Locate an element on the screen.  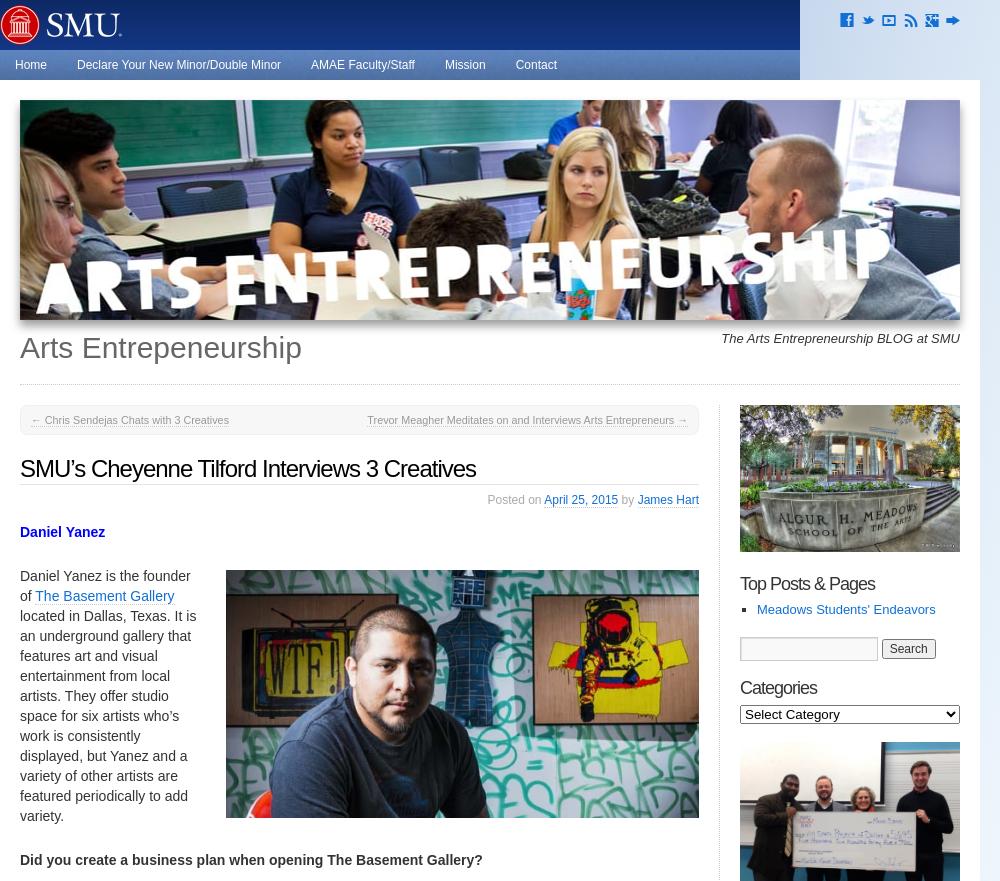
'Categories' is located at coordinates (778, 686).